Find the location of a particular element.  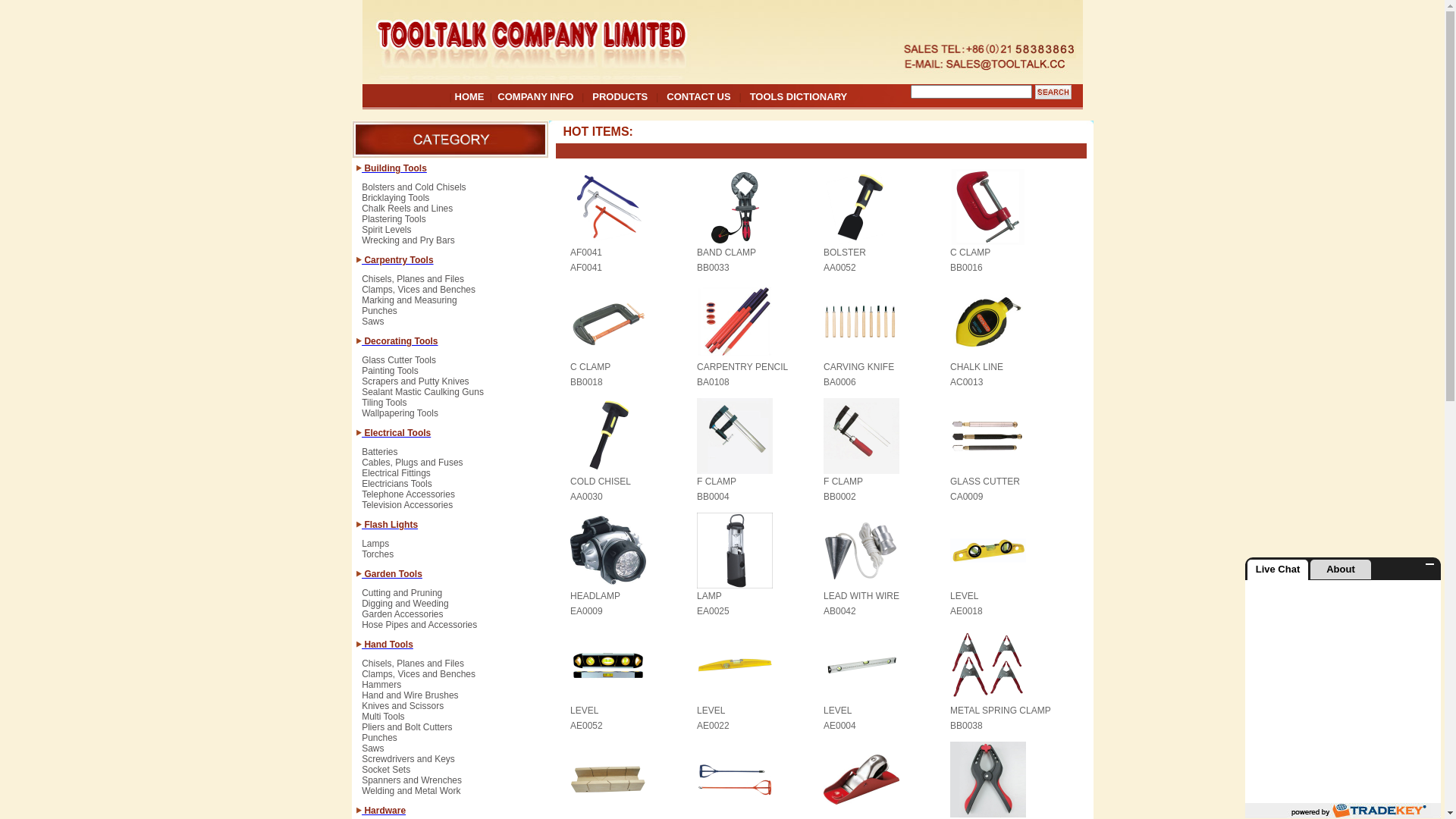

'Torches' is located at coordinates (378, 554).